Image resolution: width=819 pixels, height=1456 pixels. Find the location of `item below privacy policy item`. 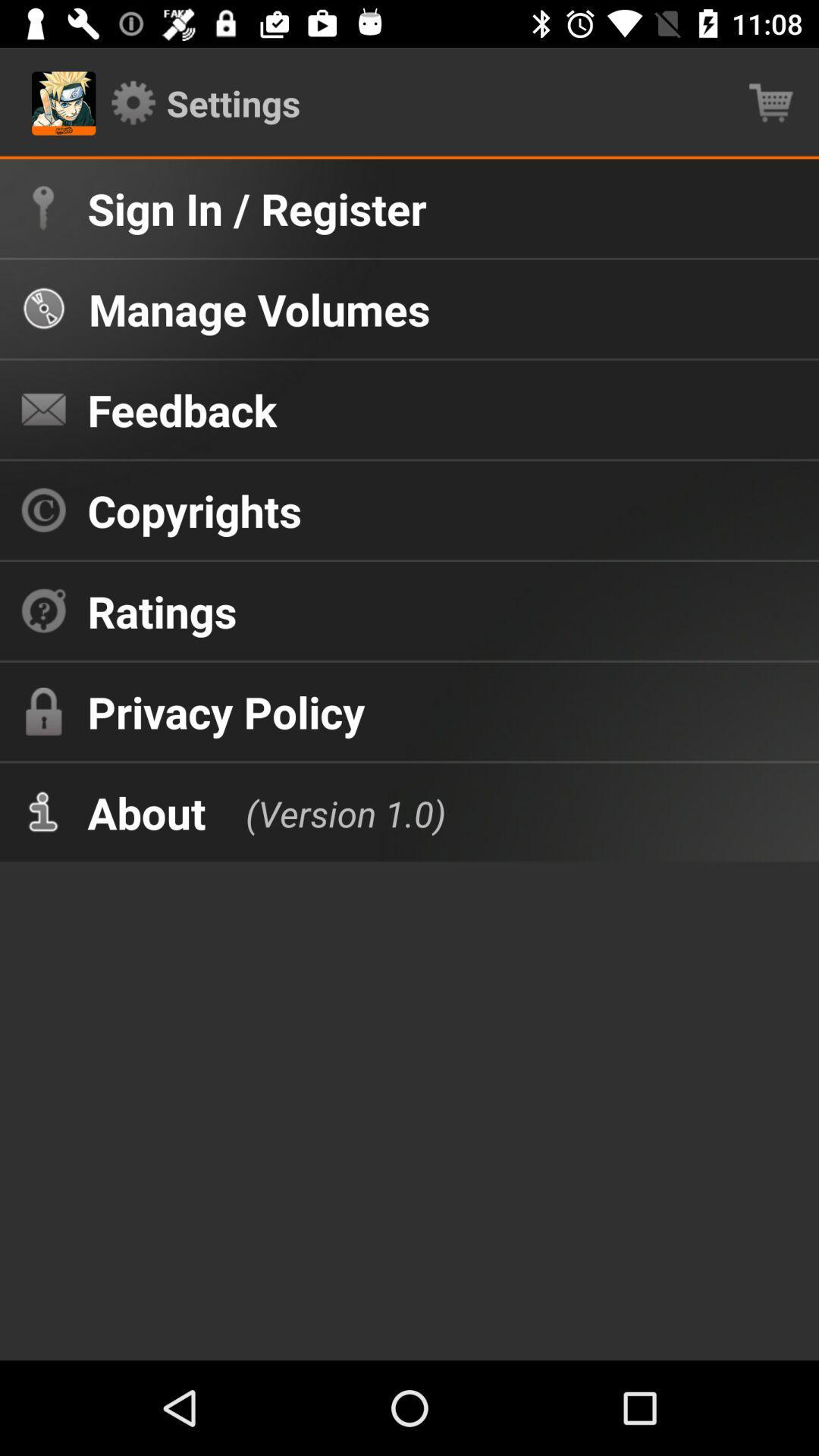

item below privacy policy item is located at coordinates (329, 811).